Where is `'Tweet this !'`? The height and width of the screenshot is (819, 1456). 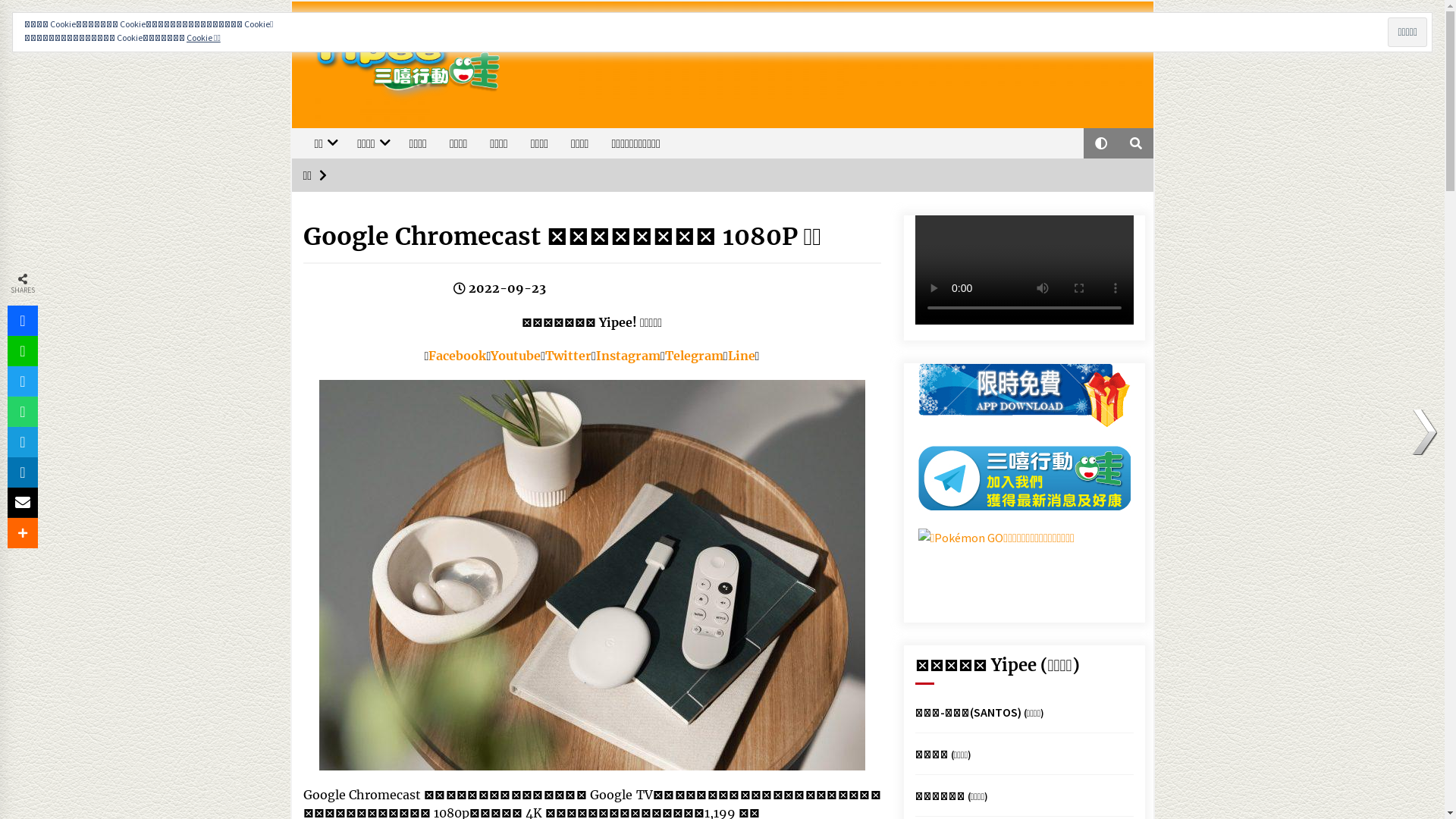 'Tweet this !' is located at coordinates (22, 380).